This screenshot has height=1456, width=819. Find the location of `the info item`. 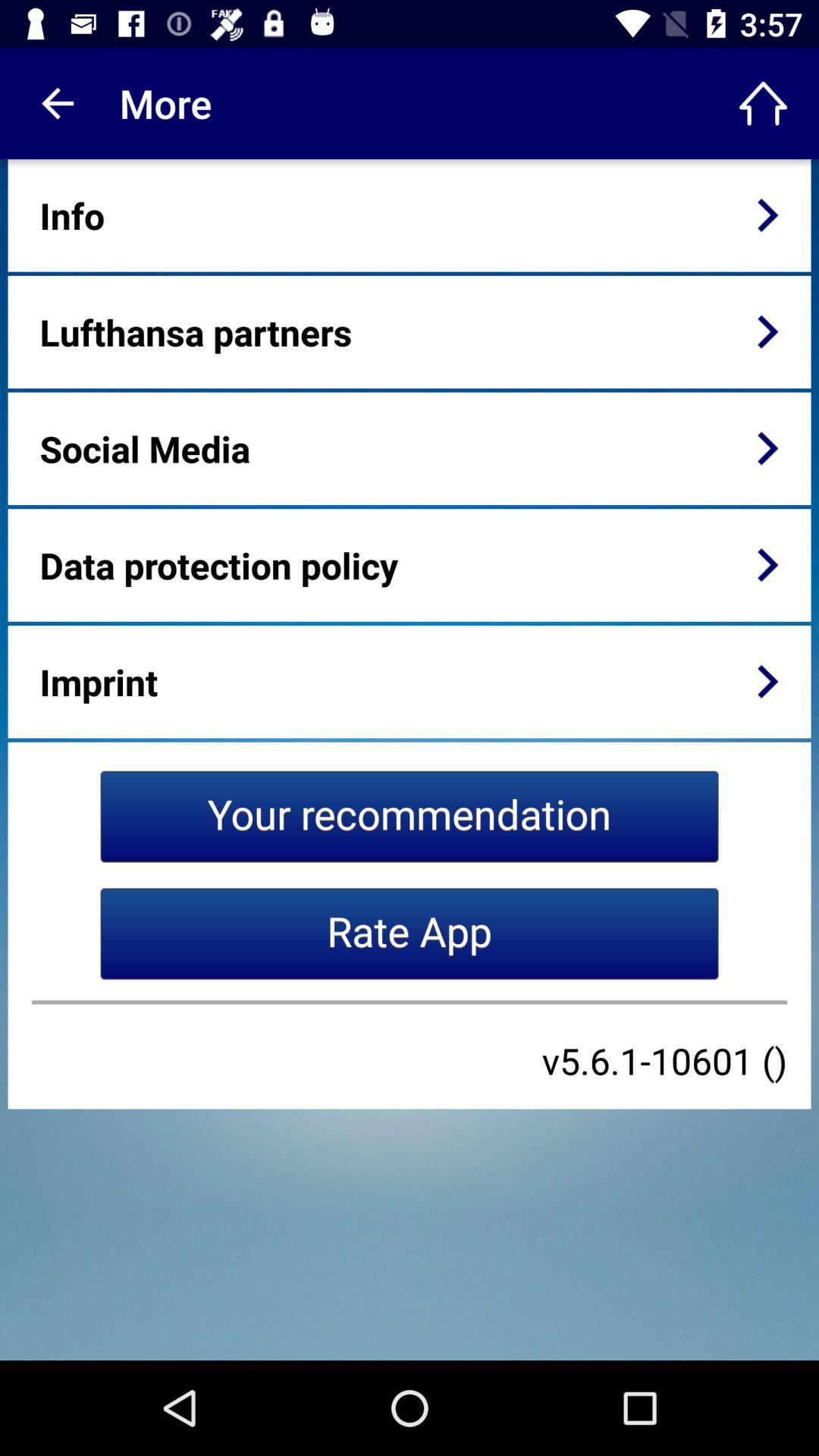

the info item is located at coordinates (72, 215).